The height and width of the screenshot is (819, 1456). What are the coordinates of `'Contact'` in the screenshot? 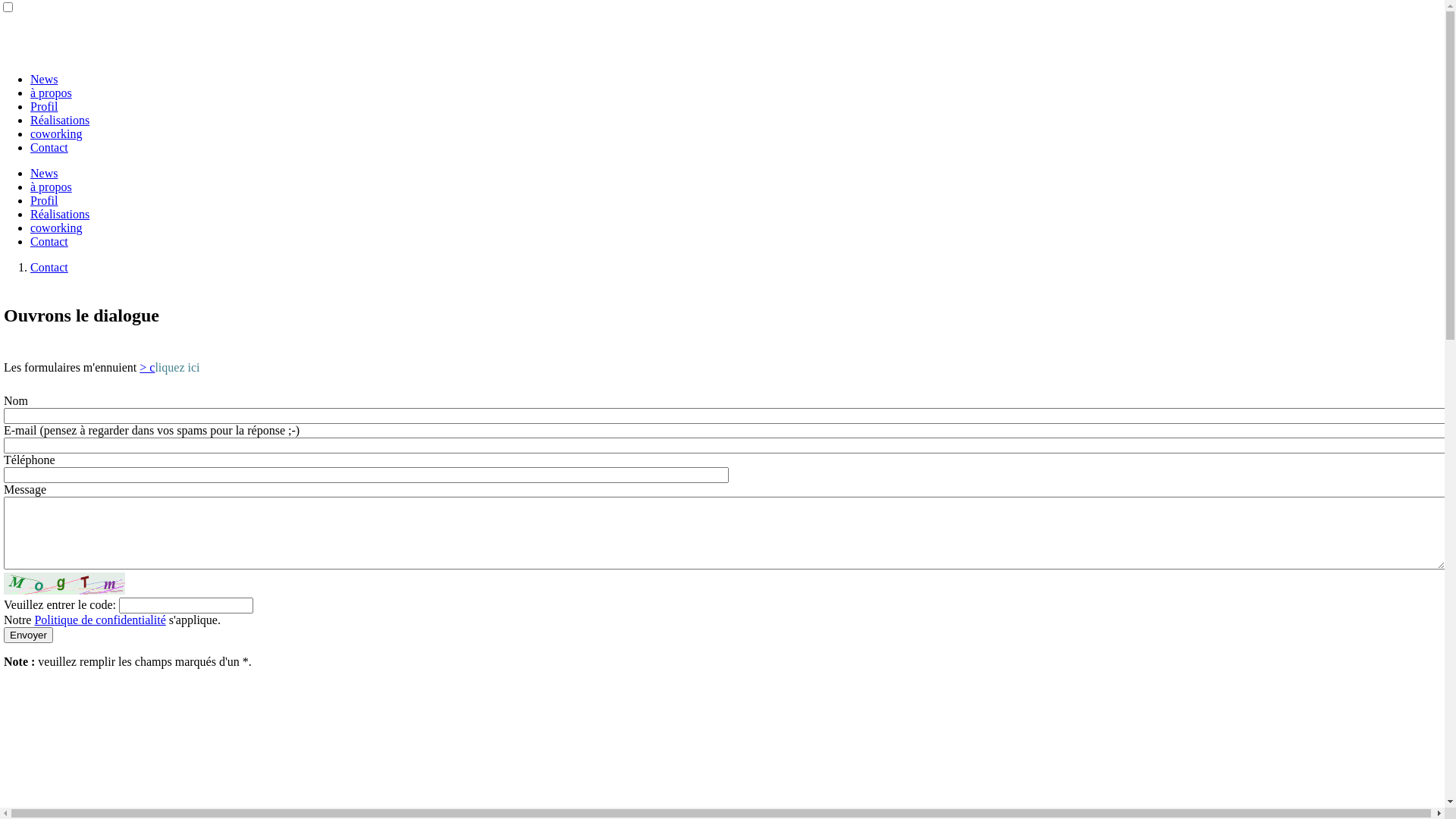 It's located at (30, 147).